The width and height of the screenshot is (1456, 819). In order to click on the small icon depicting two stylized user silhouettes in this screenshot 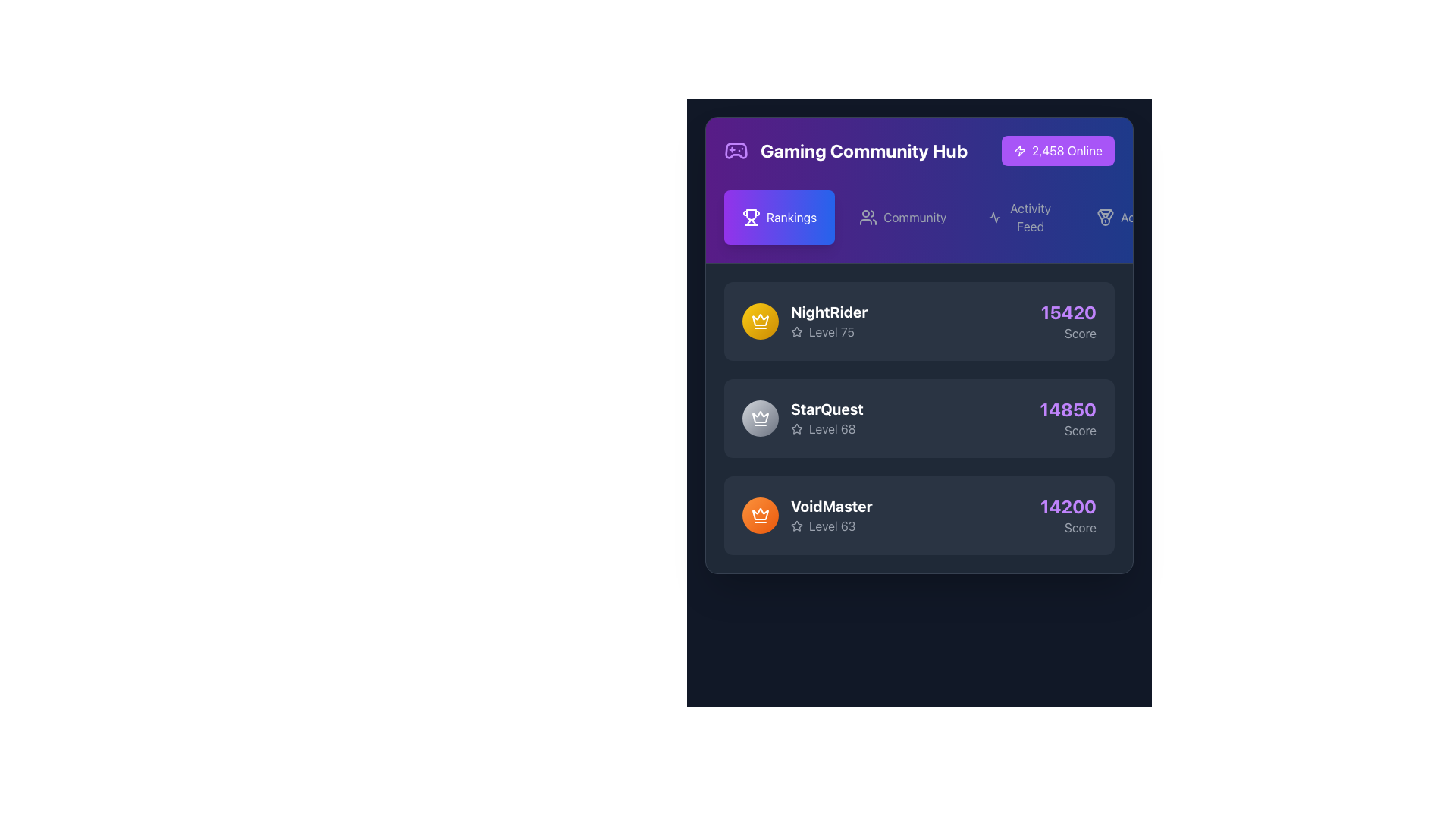, I will do `click(868, 217)`.